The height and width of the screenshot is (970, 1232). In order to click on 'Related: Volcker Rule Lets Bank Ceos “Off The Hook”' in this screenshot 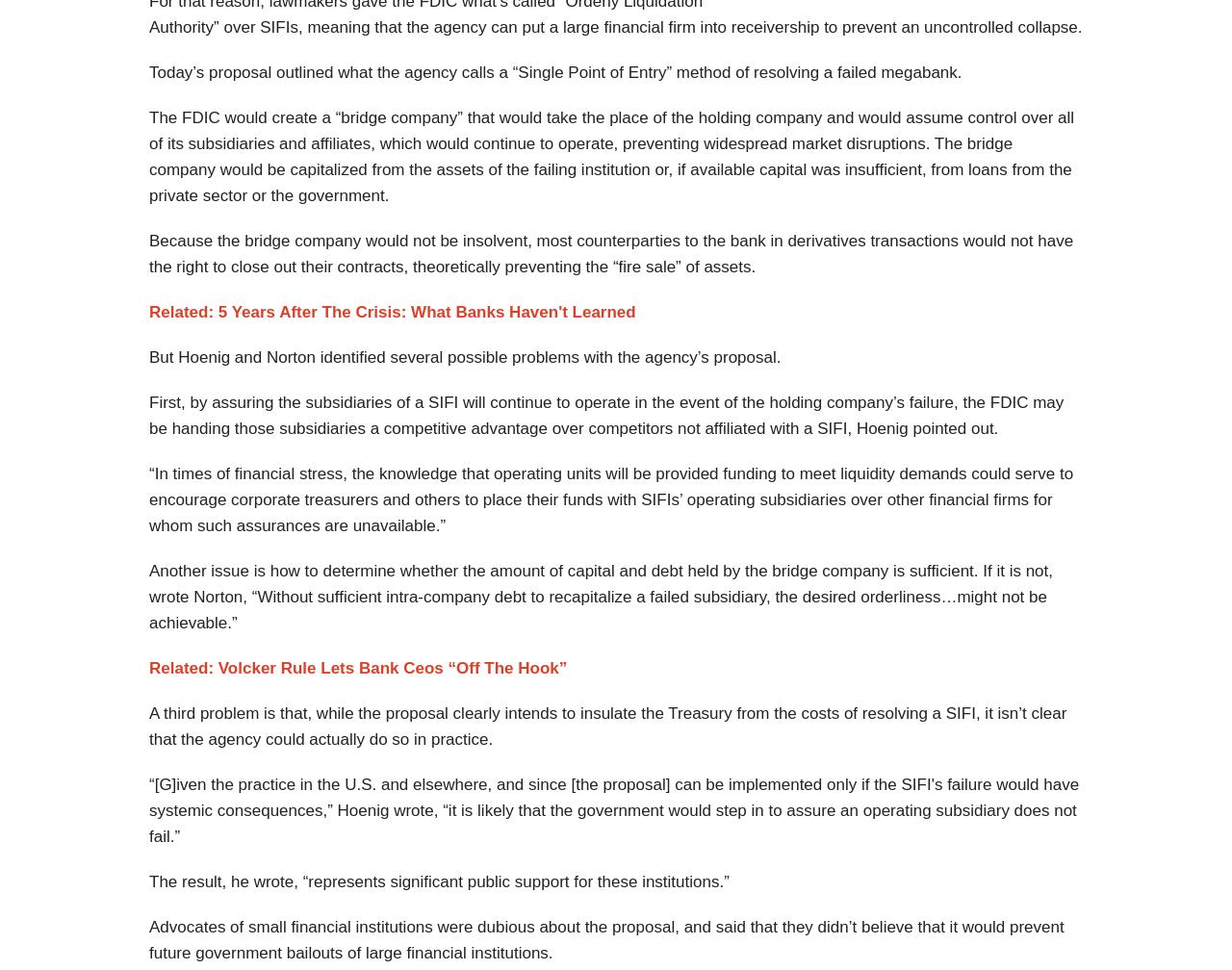, I will do `click(357, 668)`.